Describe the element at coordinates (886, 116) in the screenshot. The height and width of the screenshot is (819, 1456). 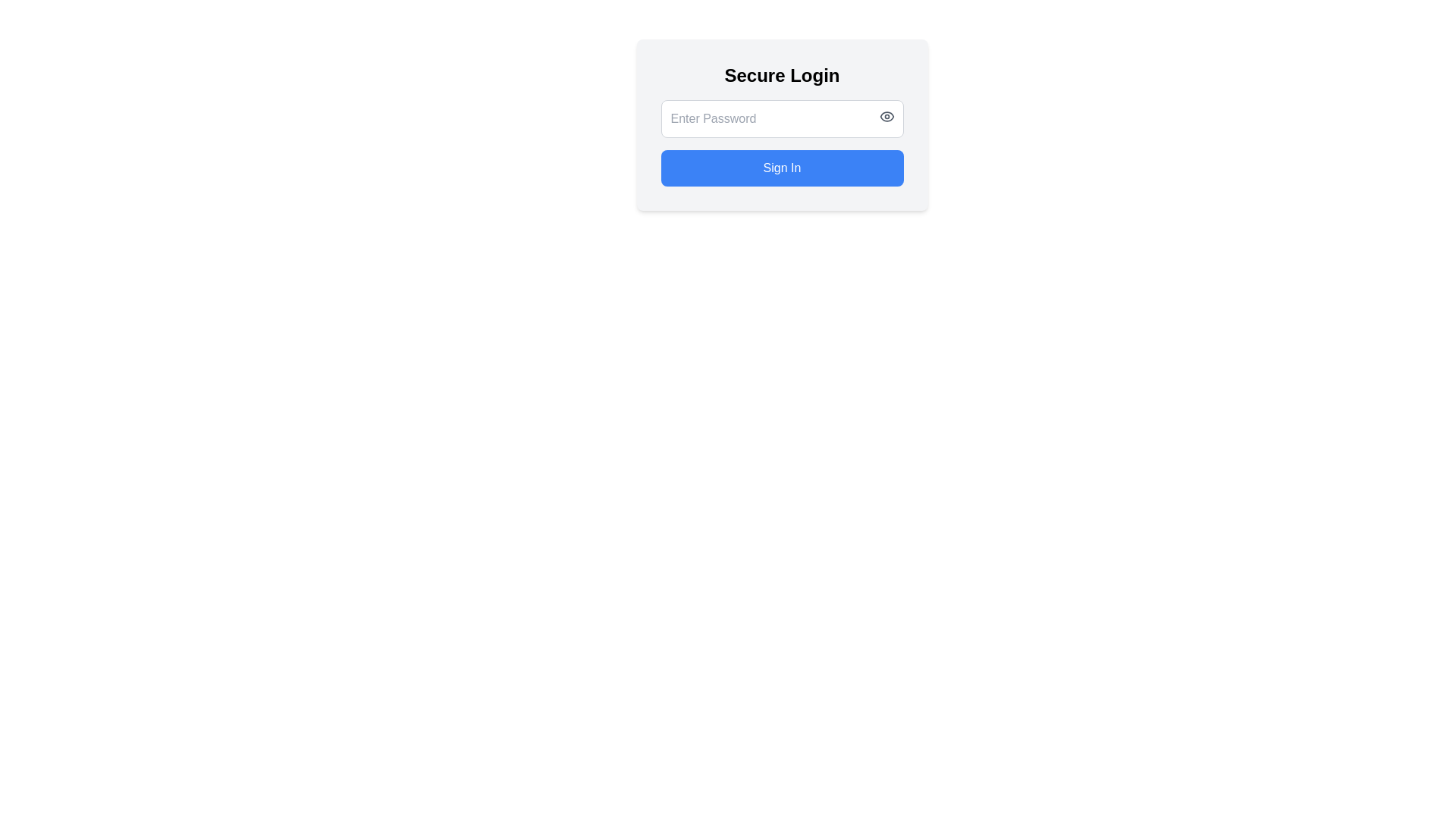
I see `the circular eye icon located at the top right corner of the password input field` at that location.